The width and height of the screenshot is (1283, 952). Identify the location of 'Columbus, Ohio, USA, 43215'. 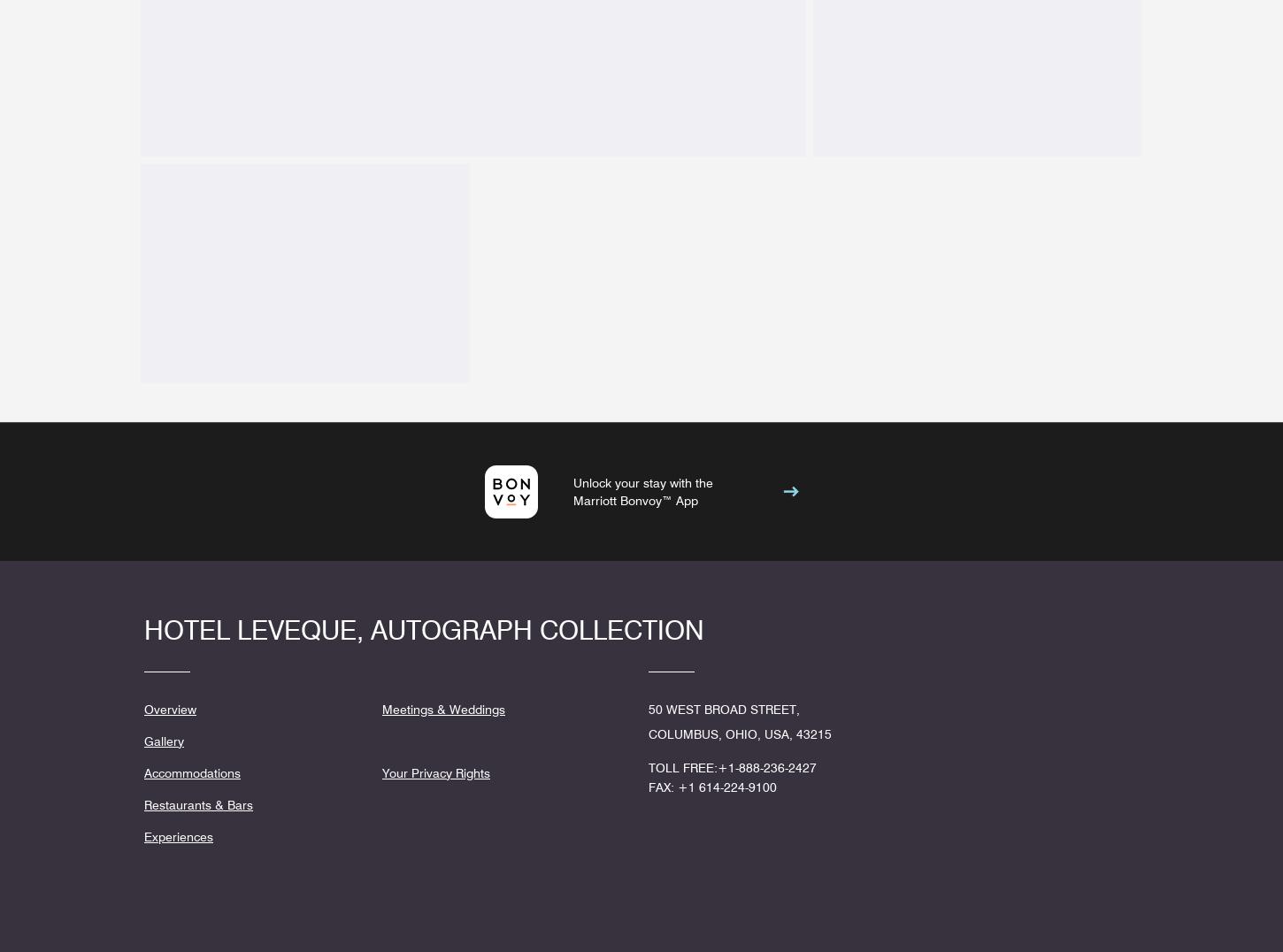
(740, 732).